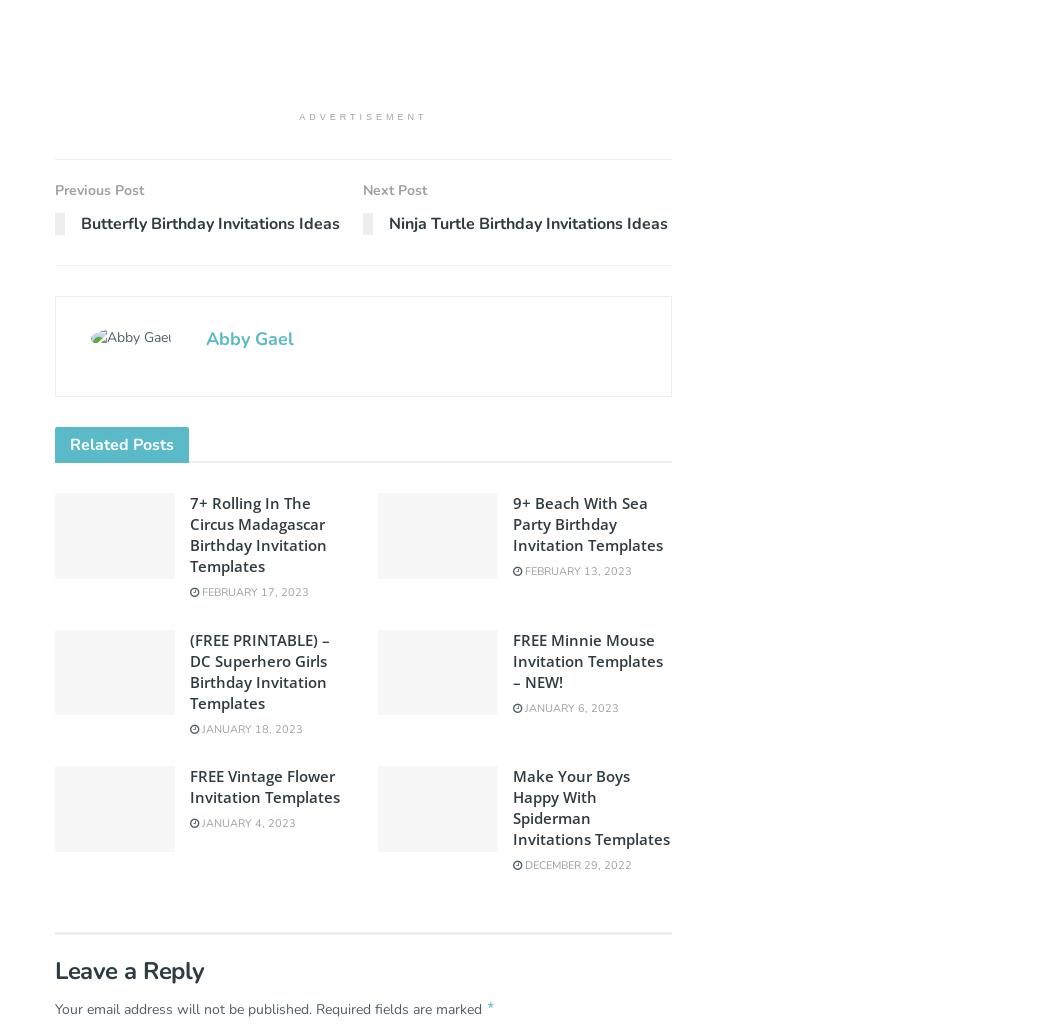 Image resolution: width=1050 pixels, height=1024 pixels. Describe the element at coordinates (489, 1008) in the screenshot. I see `'*'` at that location.